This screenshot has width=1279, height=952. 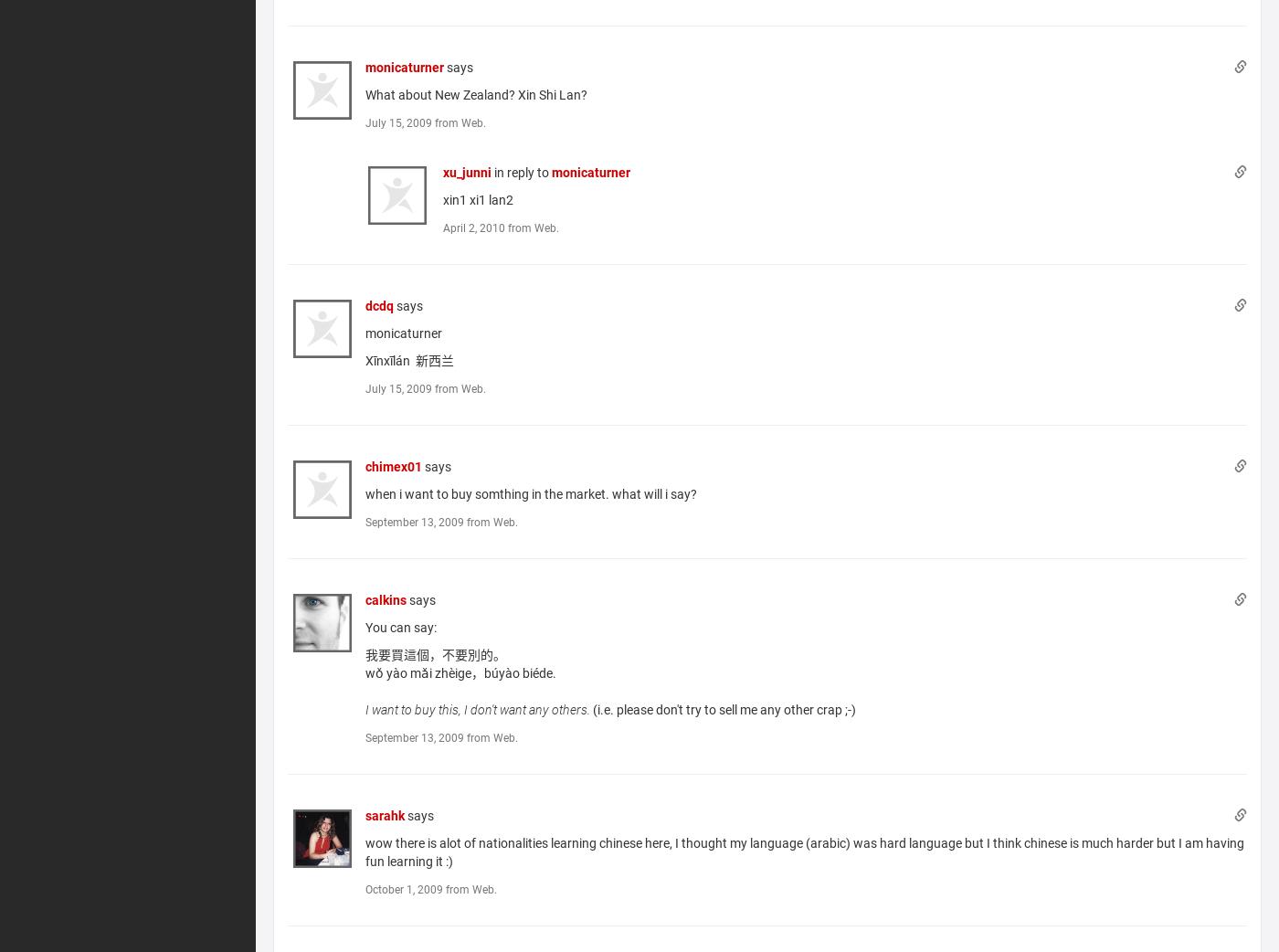 What do you see at coordinates (401, 626) in the screenshot?
I see `'You can say:'` at bounding box center [401, 626].